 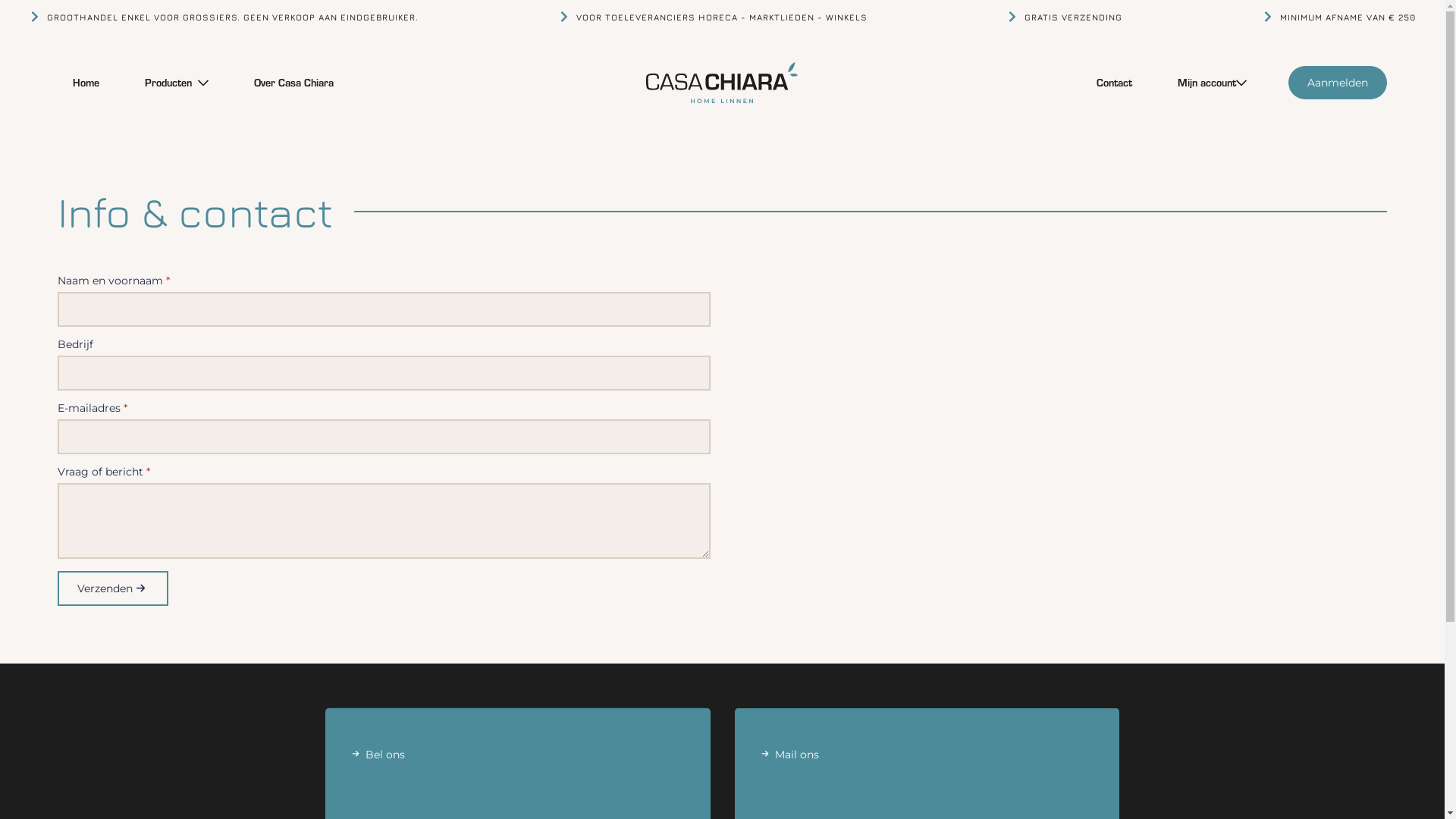 What do you see at coordinates (1114, 82) in the screenshot?
I see `'Contact'` at bounding box center [1114, 82].